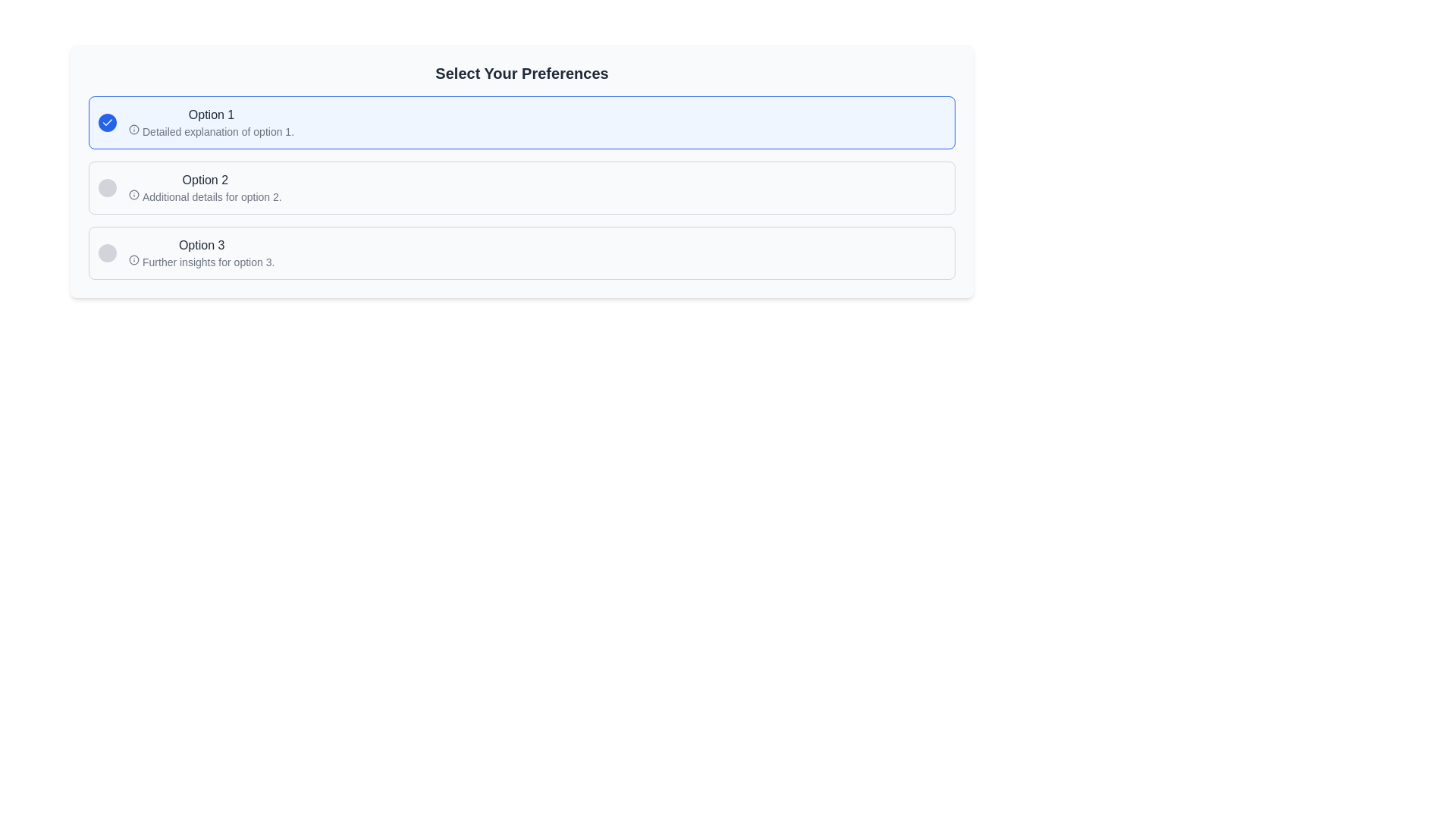  I want to click on the circular radio button with a gray background located in the left margin of the 'Option 3' row, so click(107, 253).